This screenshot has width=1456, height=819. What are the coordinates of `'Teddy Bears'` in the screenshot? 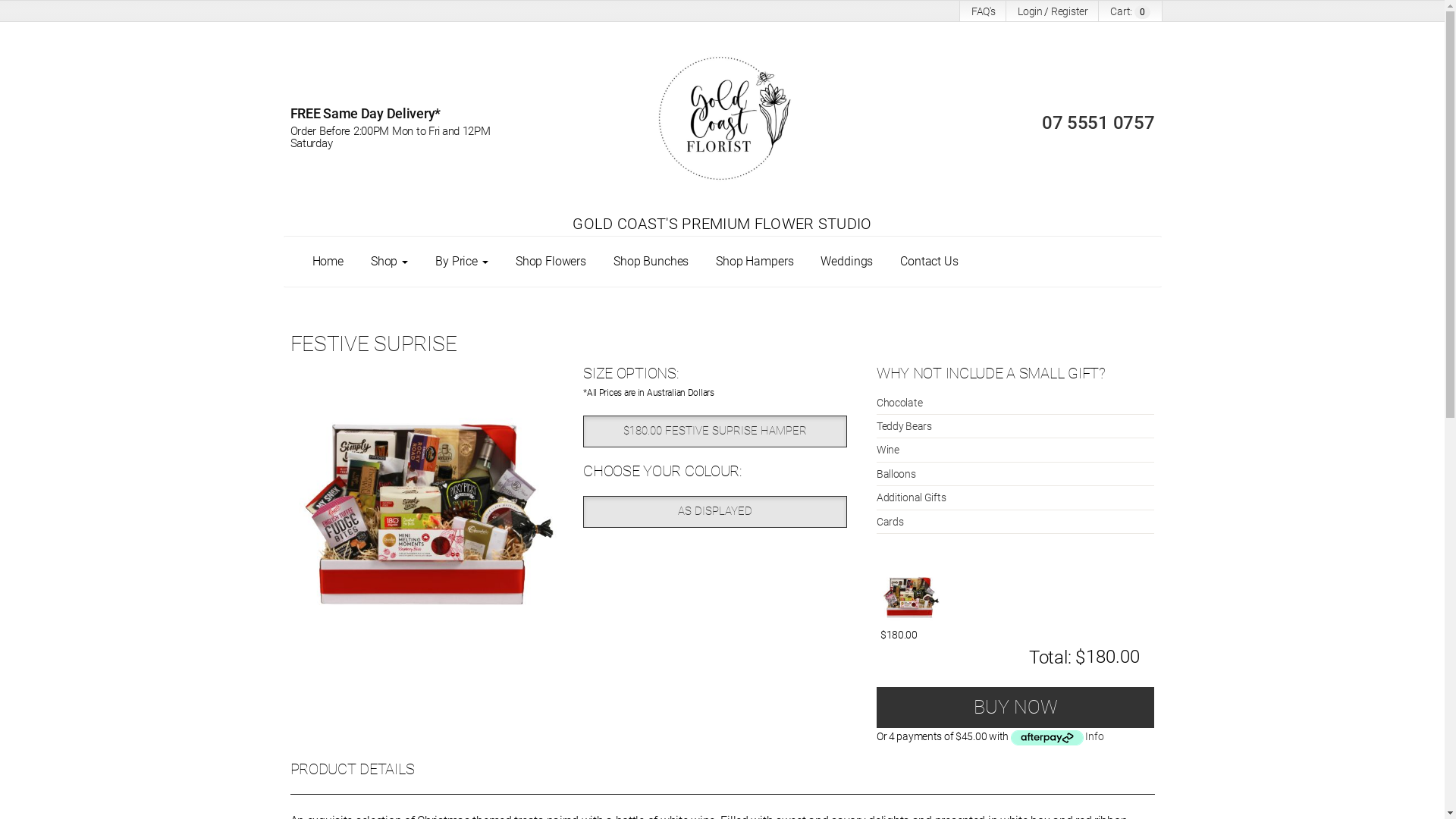 It's located at (877, 426).